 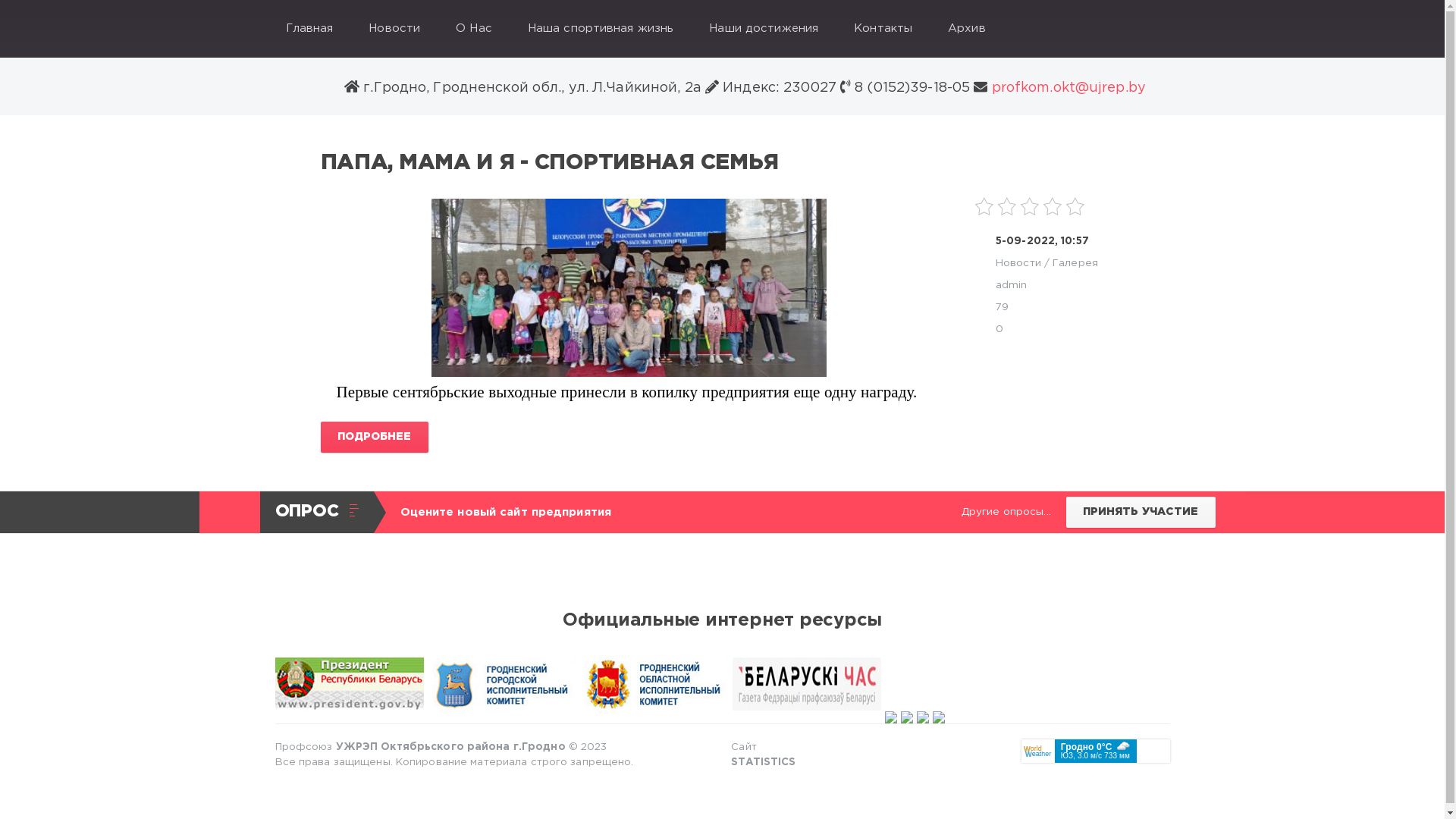 I want to click on '3', so click(x=1030, y=206).